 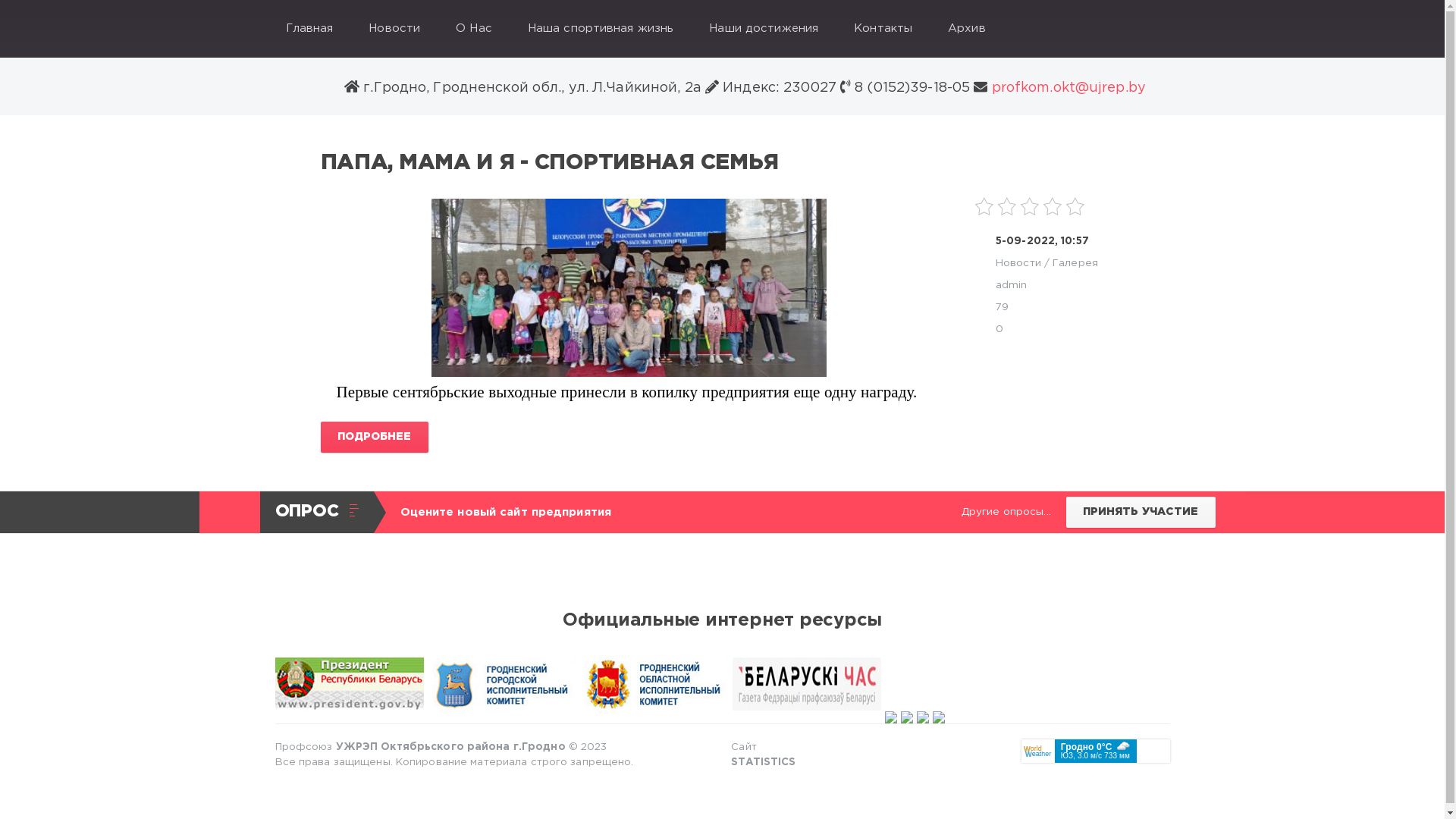 I want to click on '3', so click(x=1030, y=206).